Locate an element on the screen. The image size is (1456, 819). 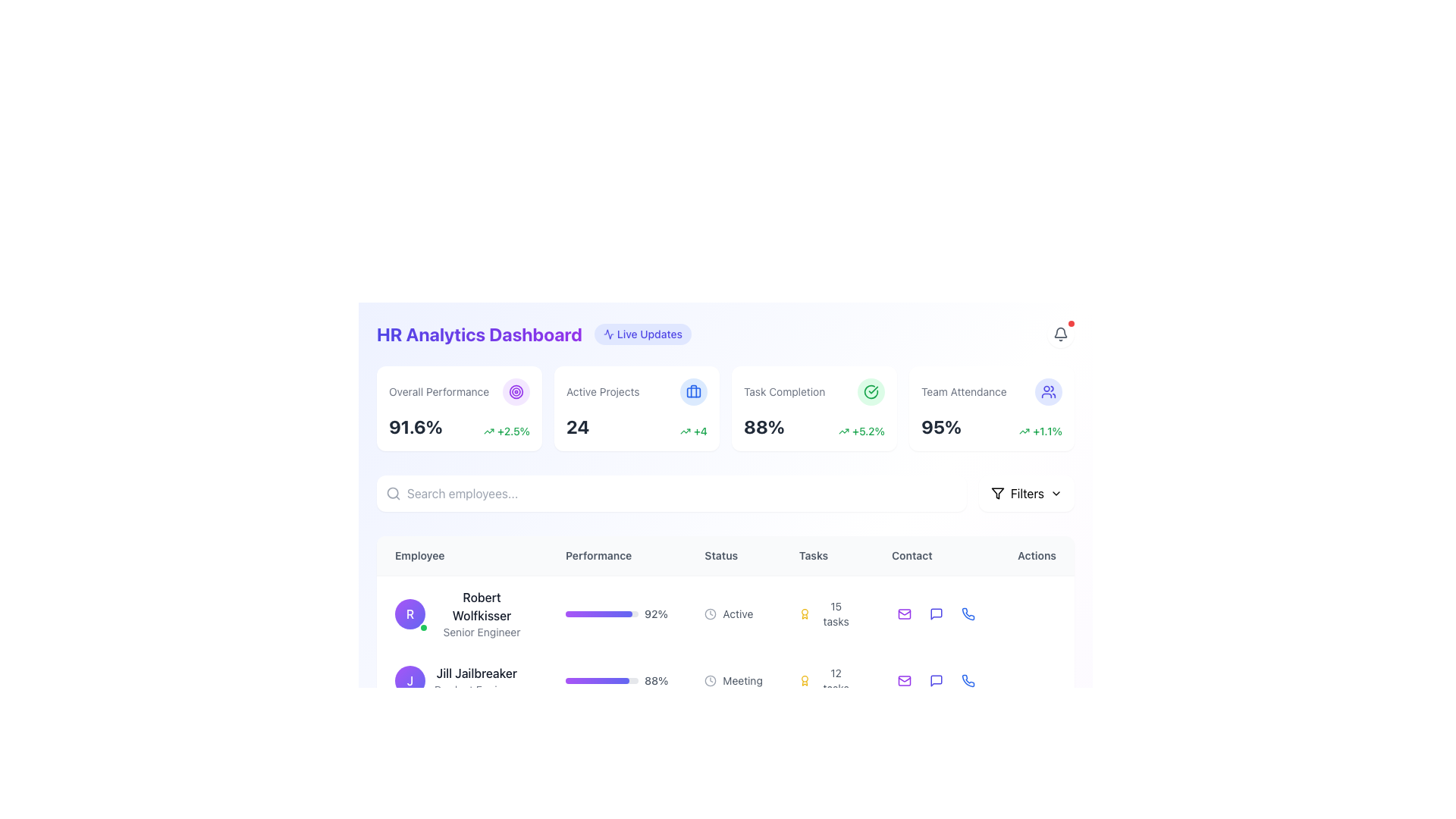
the displayed percentage on the progress bar for Robert Wolfkisser in the HR Analytics Dashboard is located at coordinates (601, 614).